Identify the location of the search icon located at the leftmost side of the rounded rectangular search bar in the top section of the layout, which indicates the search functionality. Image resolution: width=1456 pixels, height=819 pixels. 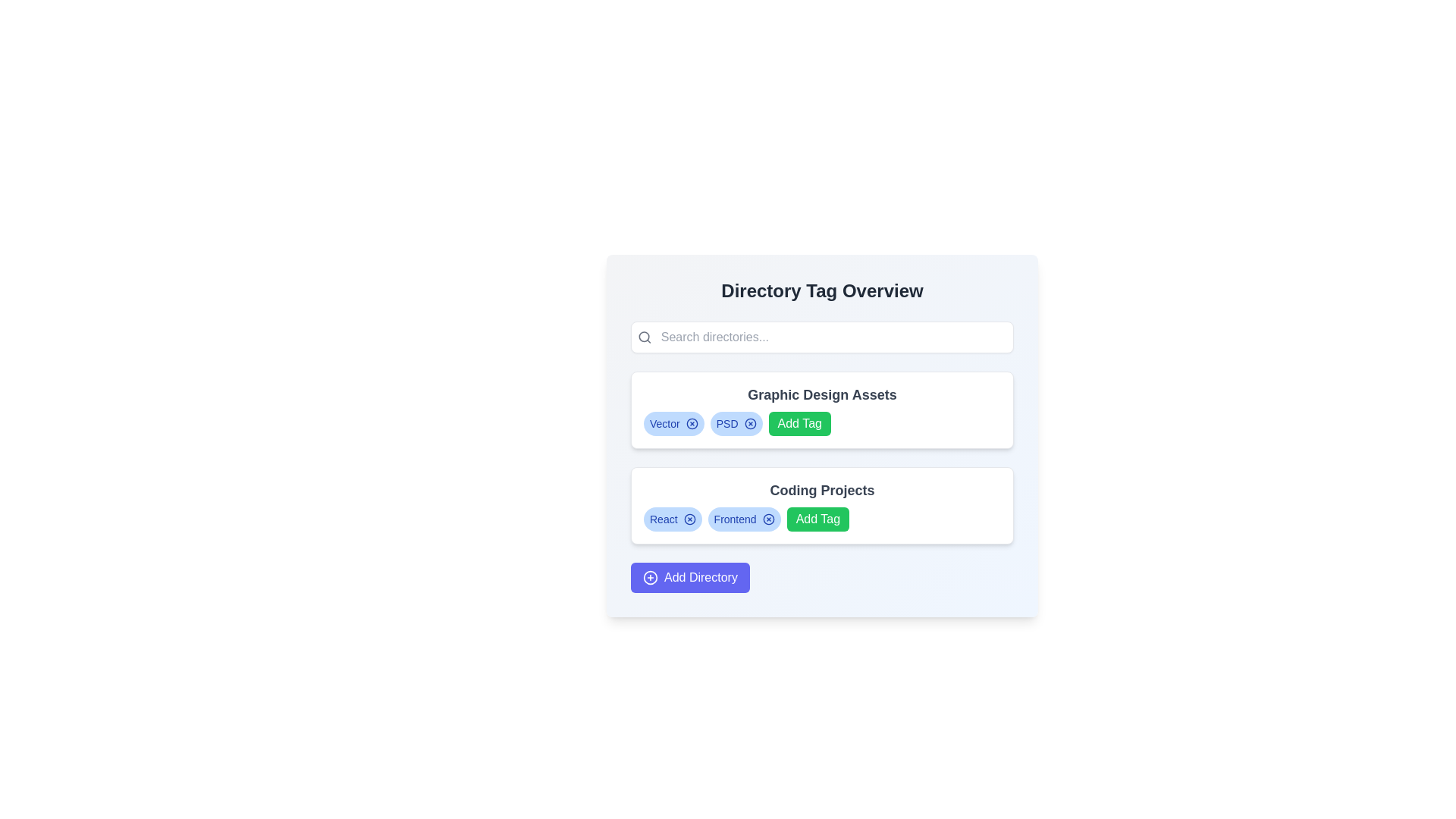
(645, 336).